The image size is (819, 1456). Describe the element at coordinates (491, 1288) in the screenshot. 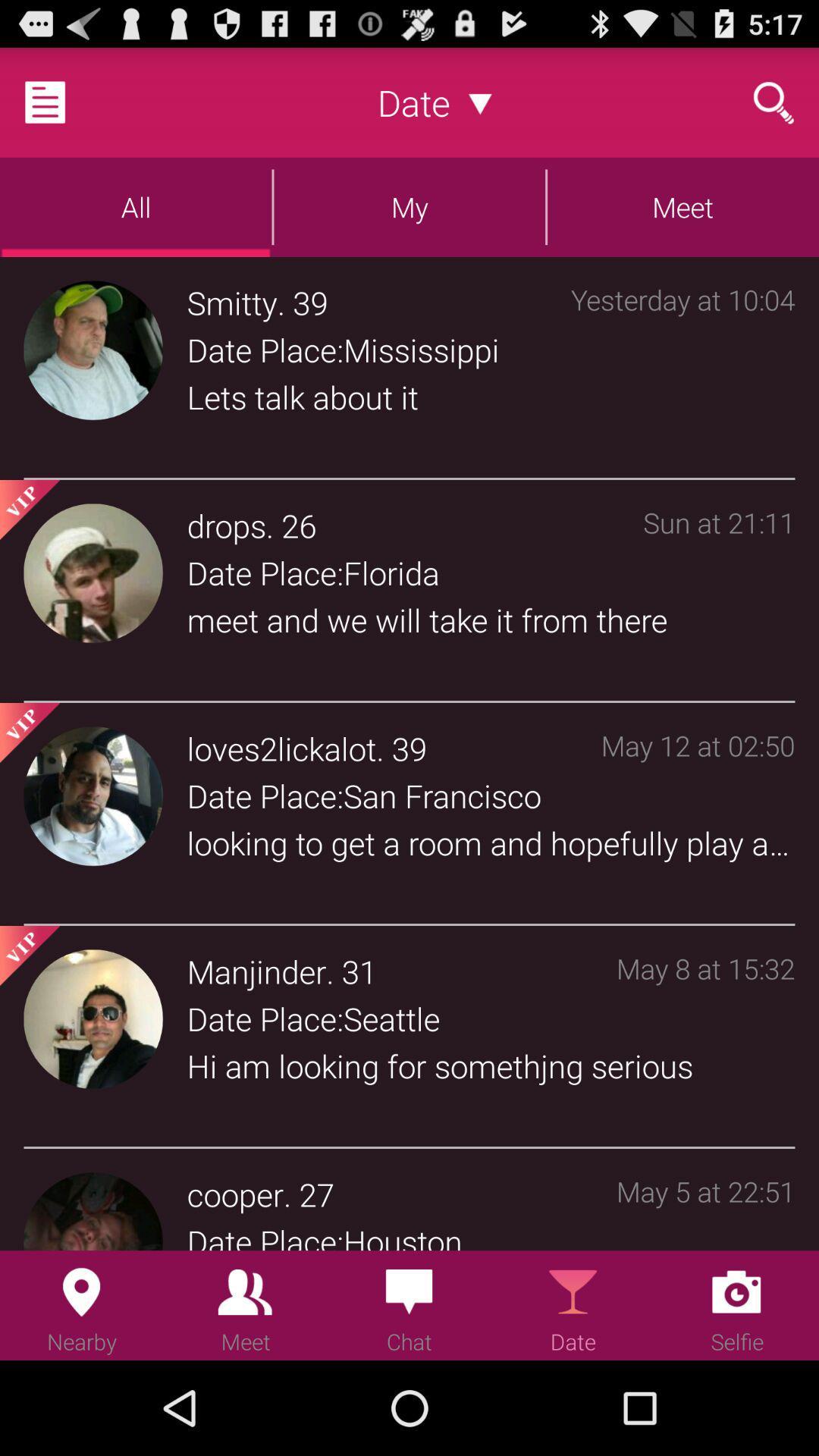

I see `the icon below the date place:houston app` at that location.